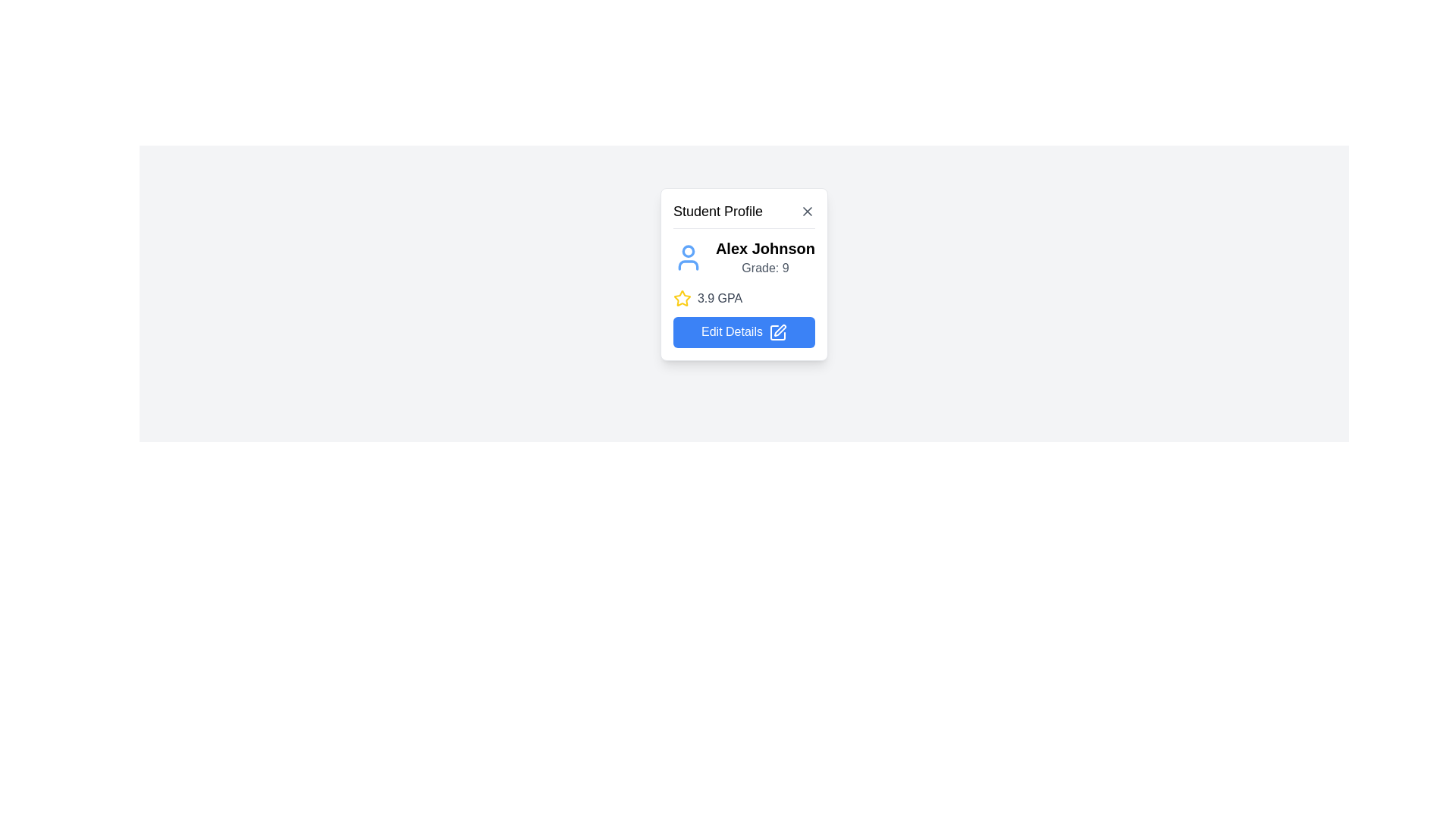  I want to click on GPA value displayed in the Text Label located within the 'Student Profile' card, which is positioned below the user's name and grade, and to the right of a yellow star icon, so click(719, 298).